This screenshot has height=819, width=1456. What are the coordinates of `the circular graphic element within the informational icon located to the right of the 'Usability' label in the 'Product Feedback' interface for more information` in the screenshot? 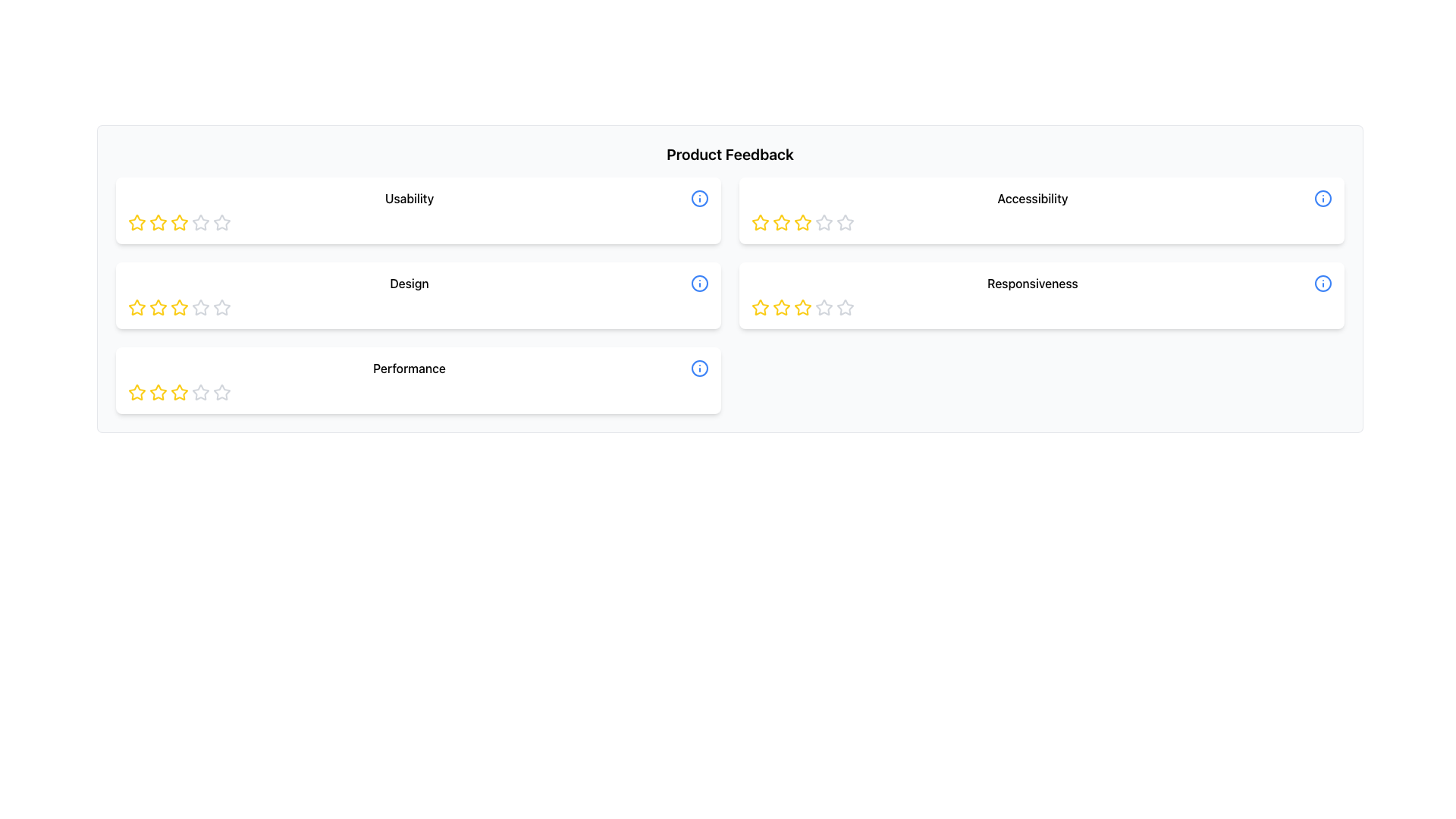 It's located at (698, 198).